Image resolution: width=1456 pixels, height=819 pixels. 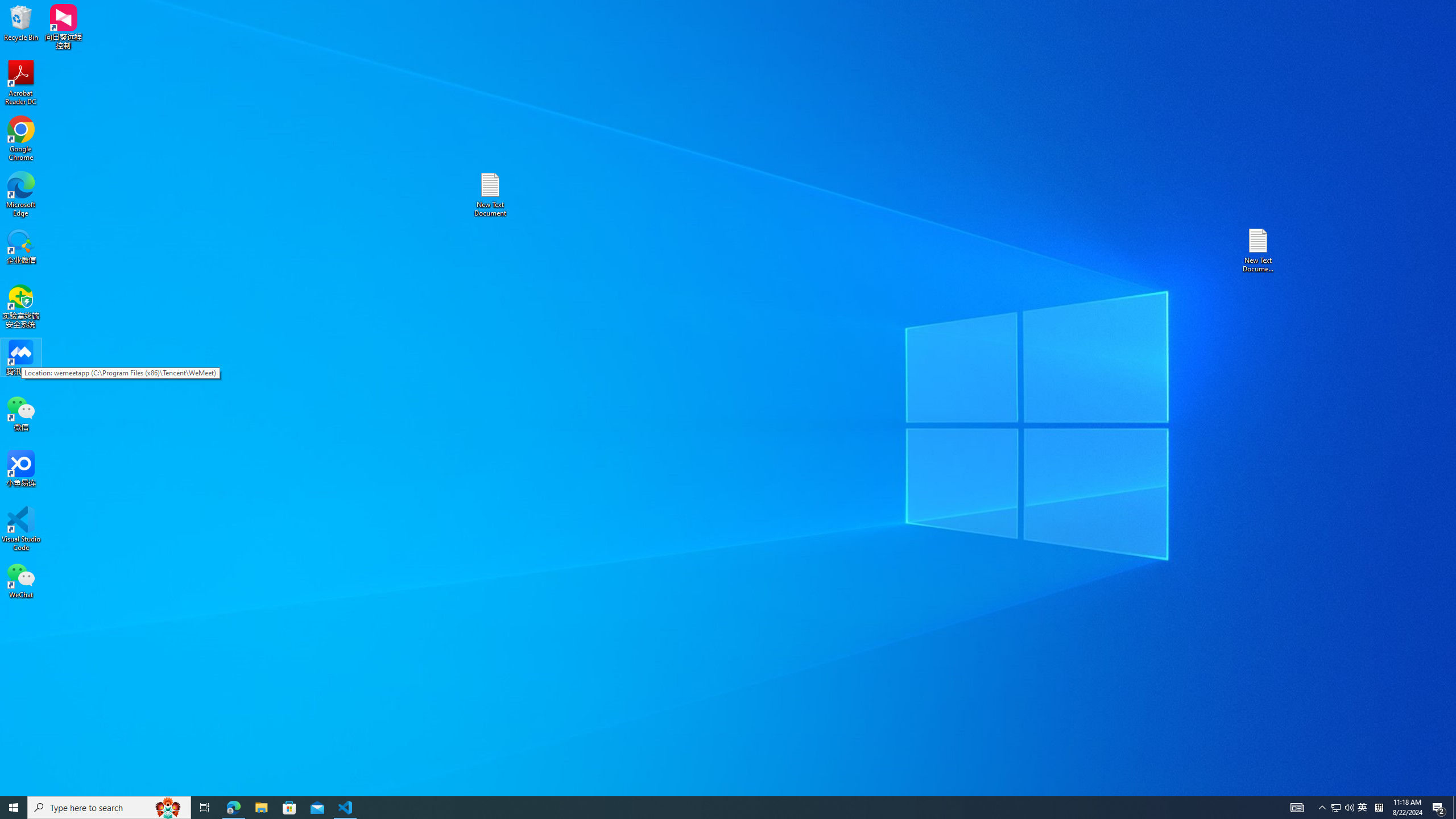 I want to click on 'Microsoft Edge', so click(x=20, y=194).